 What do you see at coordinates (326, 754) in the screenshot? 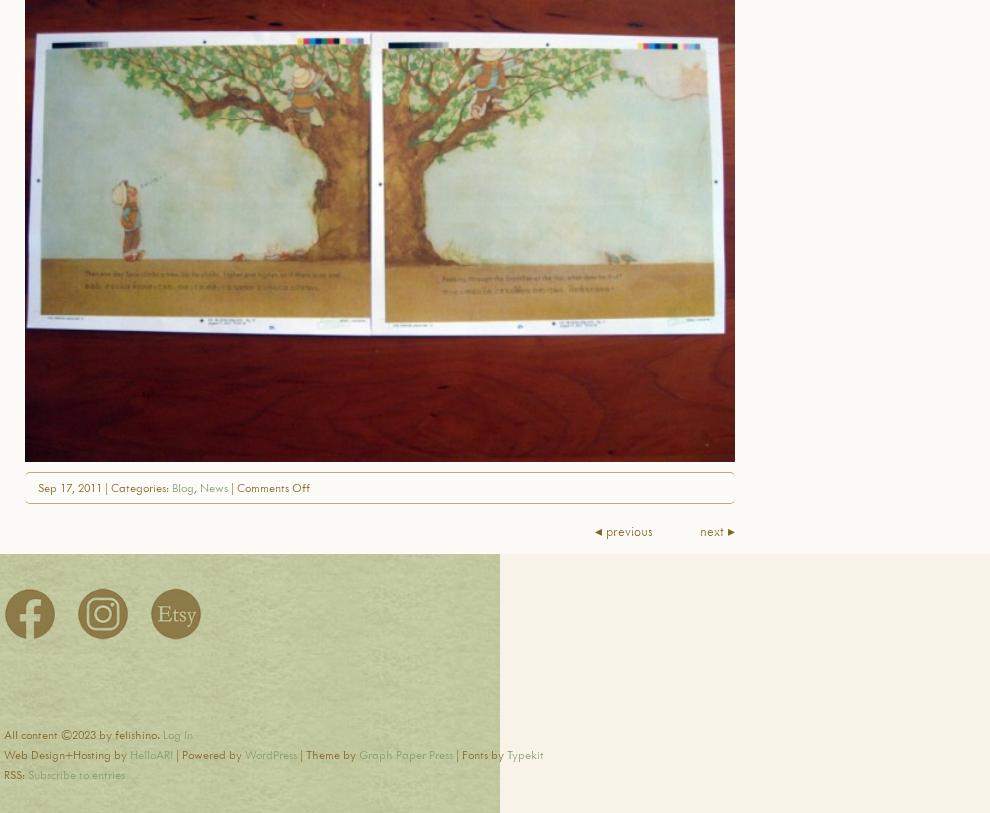
I see `'| 
        Theme by'` at bounding box center [326, 754].